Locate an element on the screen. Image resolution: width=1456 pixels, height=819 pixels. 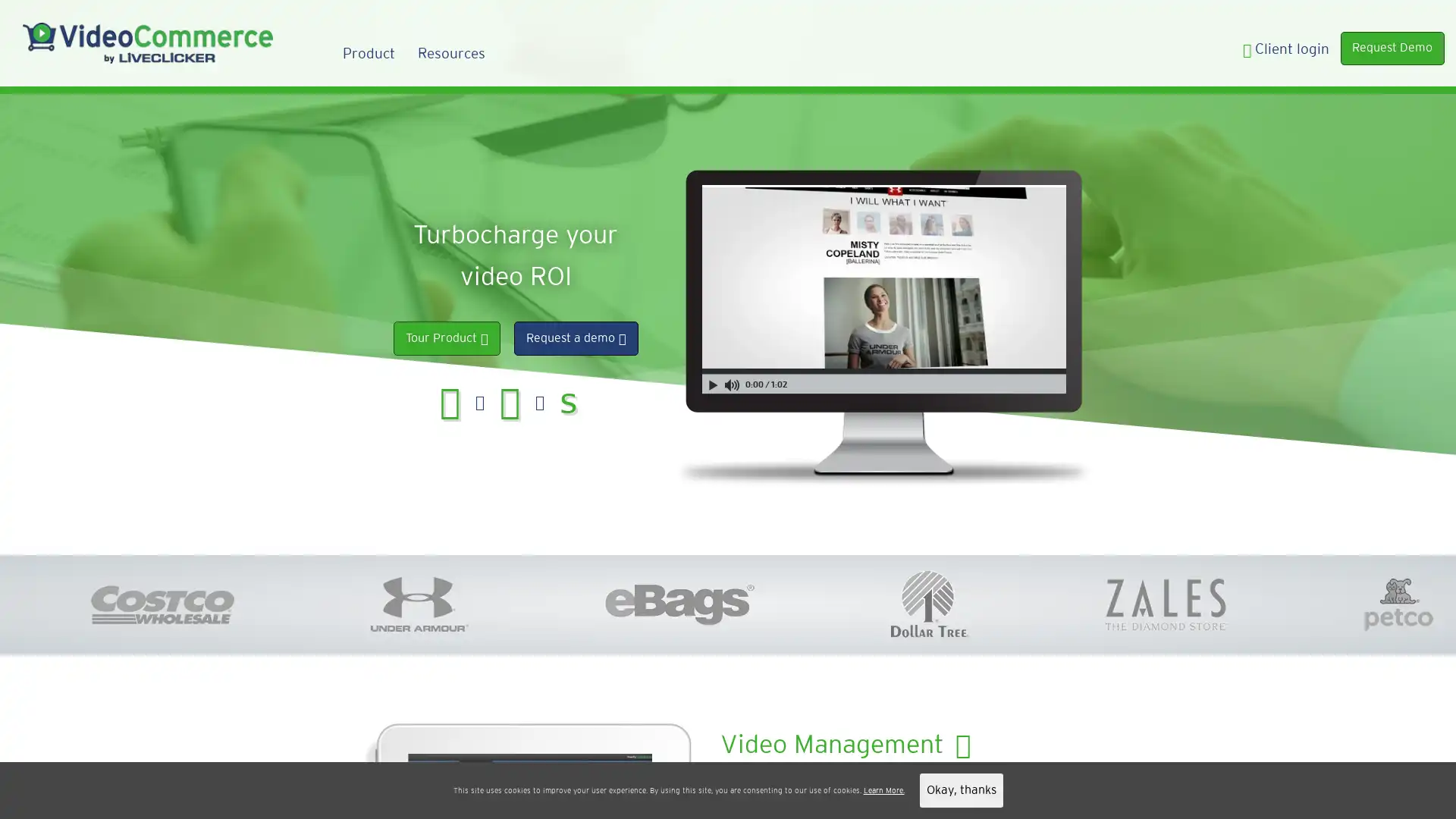
Request a demo is located at coordinates (574, 337).